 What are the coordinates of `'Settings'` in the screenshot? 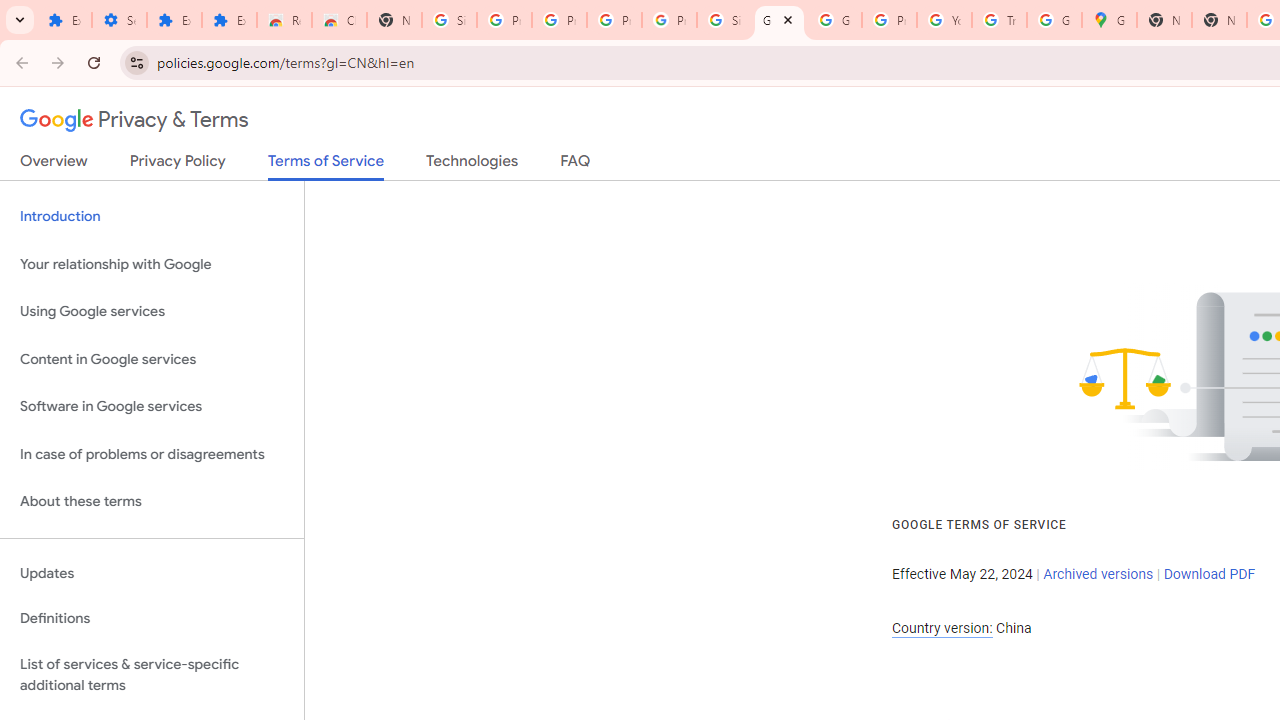 It's located at (118, 20).